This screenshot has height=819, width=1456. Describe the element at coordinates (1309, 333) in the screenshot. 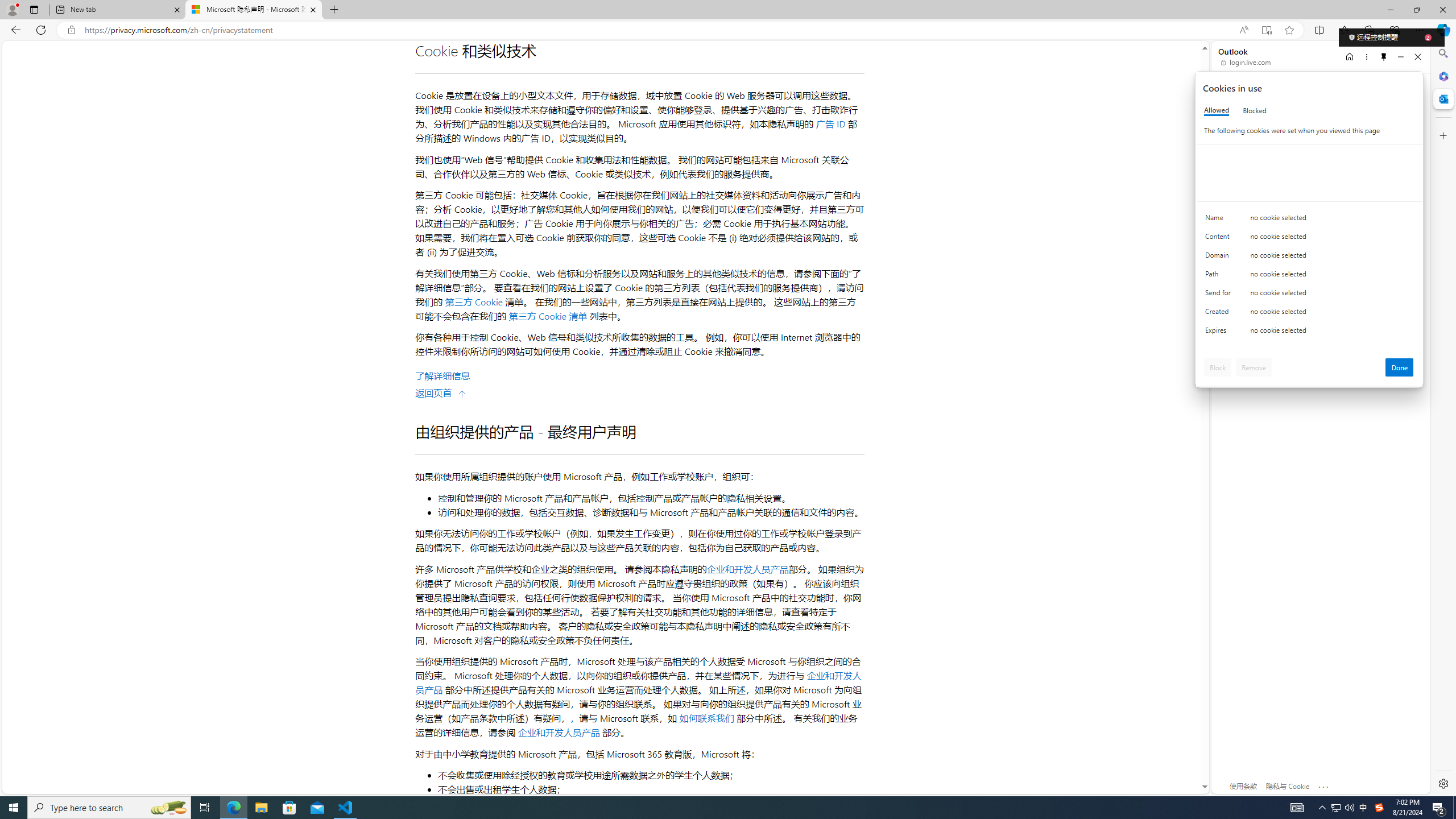

I see `'Class: c0153 c0157'` at that location.